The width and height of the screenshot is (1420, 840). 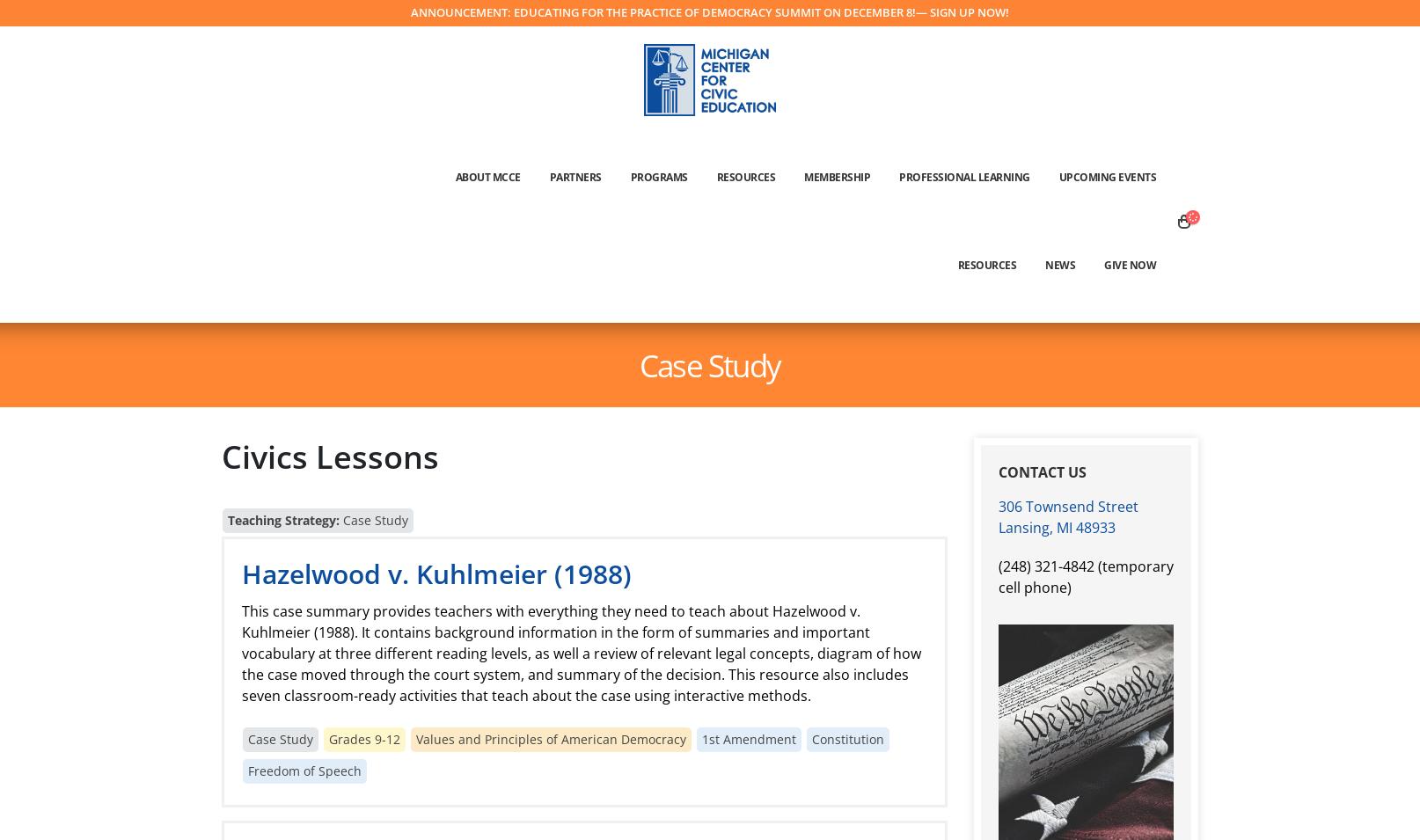 What do you see at coordinates (963, 177) in the screenshot?
I see `'Professional Learning'` at bounding box center [963, 177].